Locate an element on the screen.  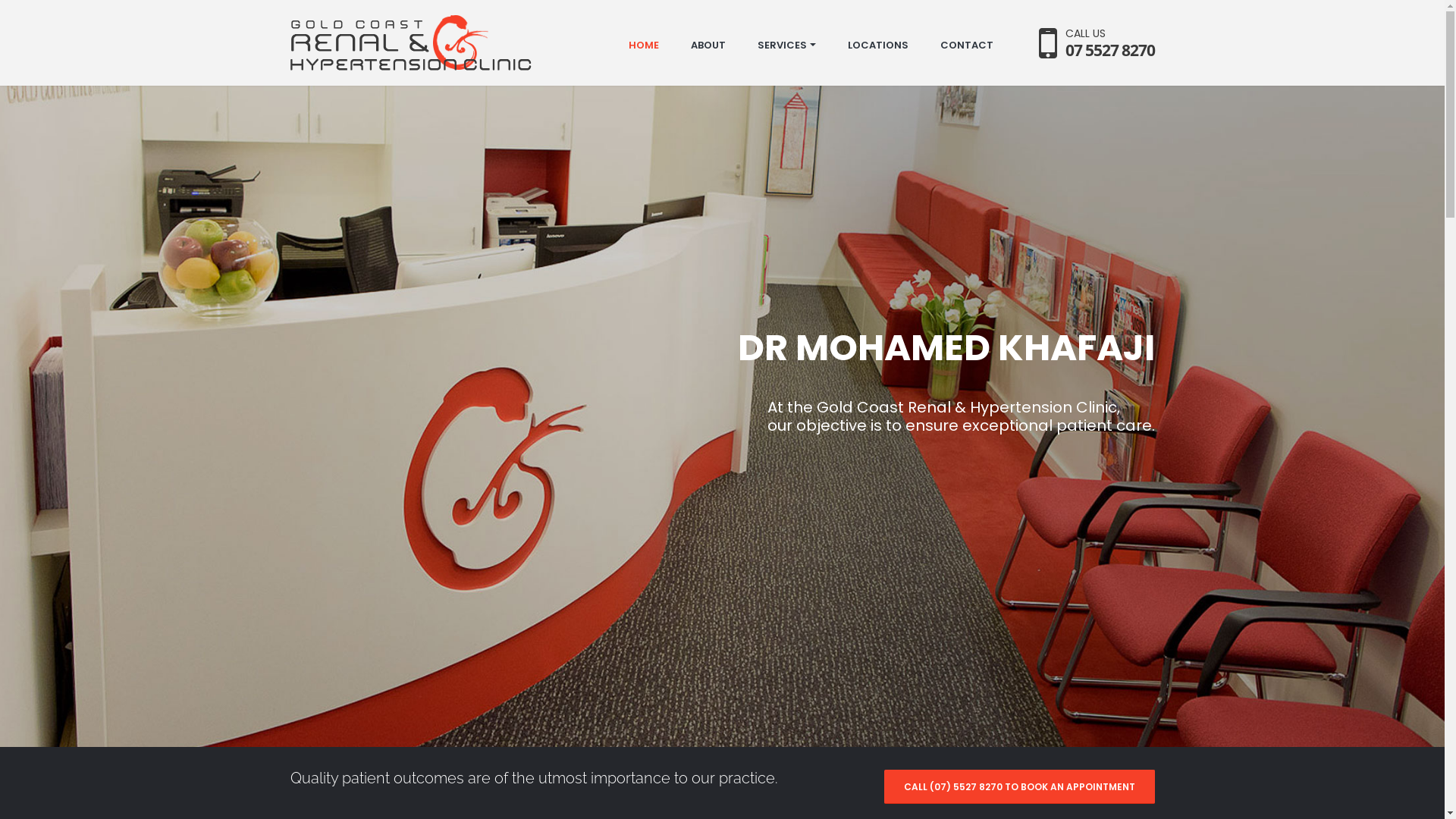
'LOCATIONS' is located at coordinates (877, 45).